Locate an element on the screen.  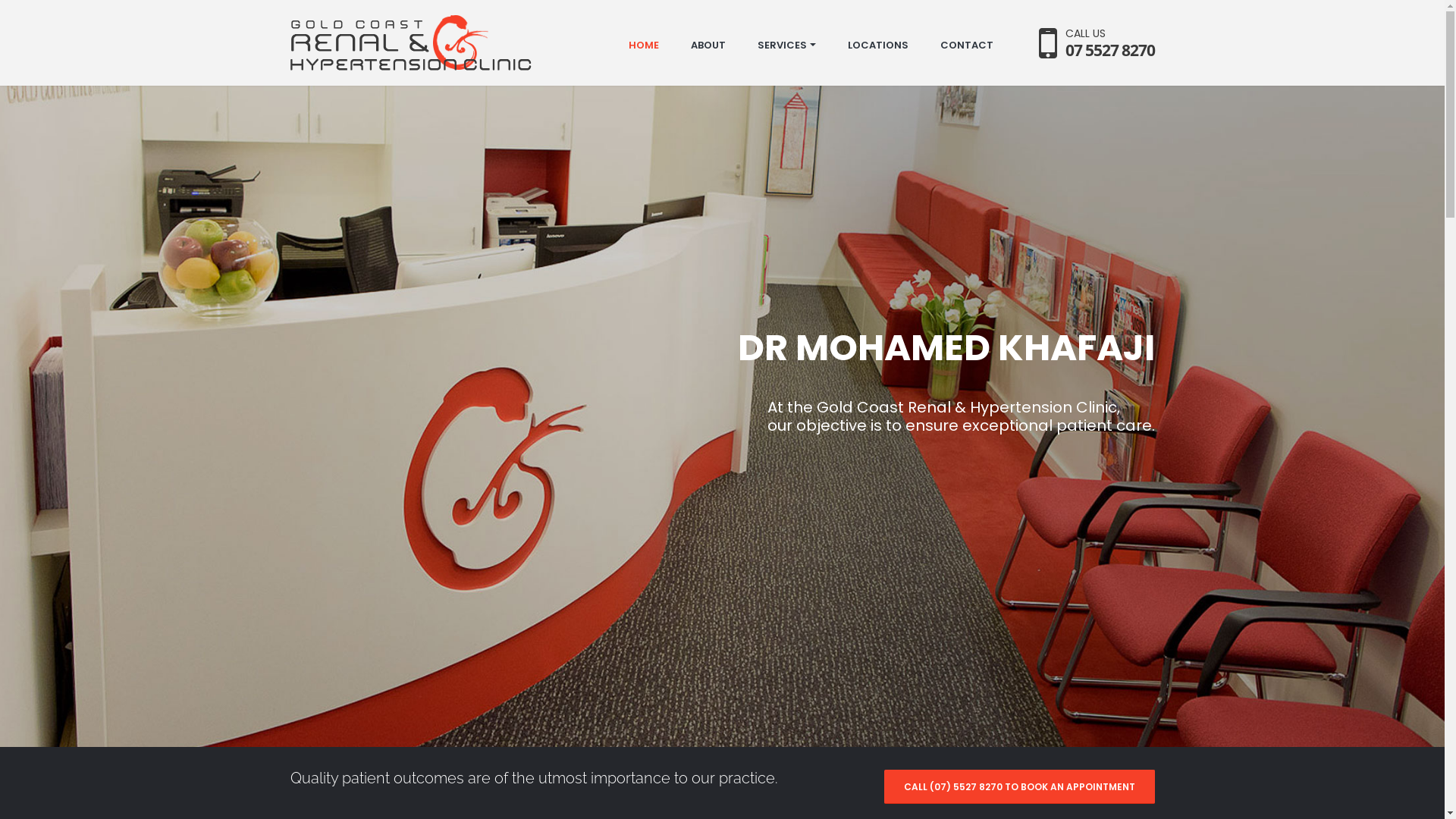
'LOCATIONS' is located at coordinates (877, 45).